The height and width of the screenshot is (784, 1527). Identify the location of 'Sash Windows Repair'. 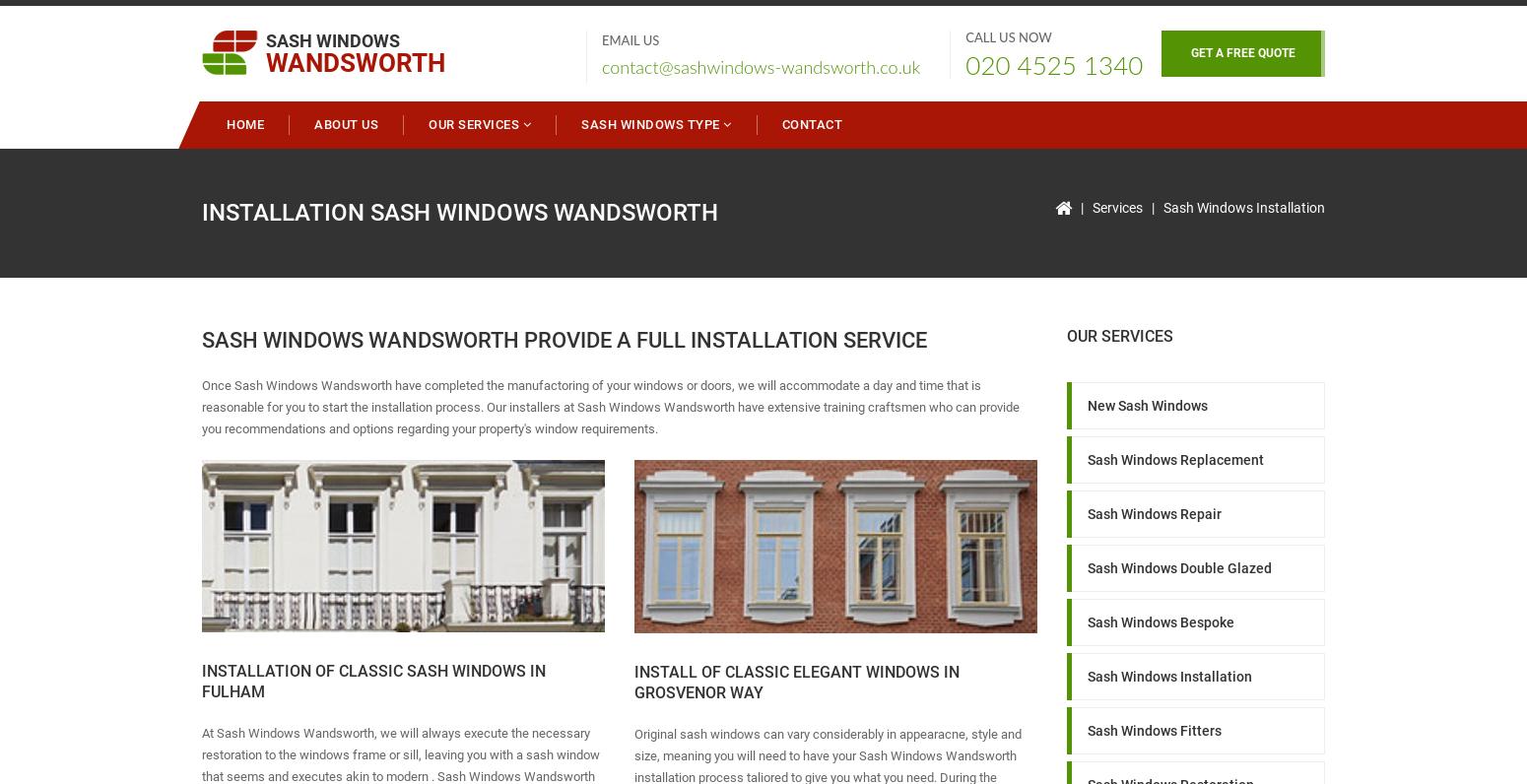
(1085, 512).